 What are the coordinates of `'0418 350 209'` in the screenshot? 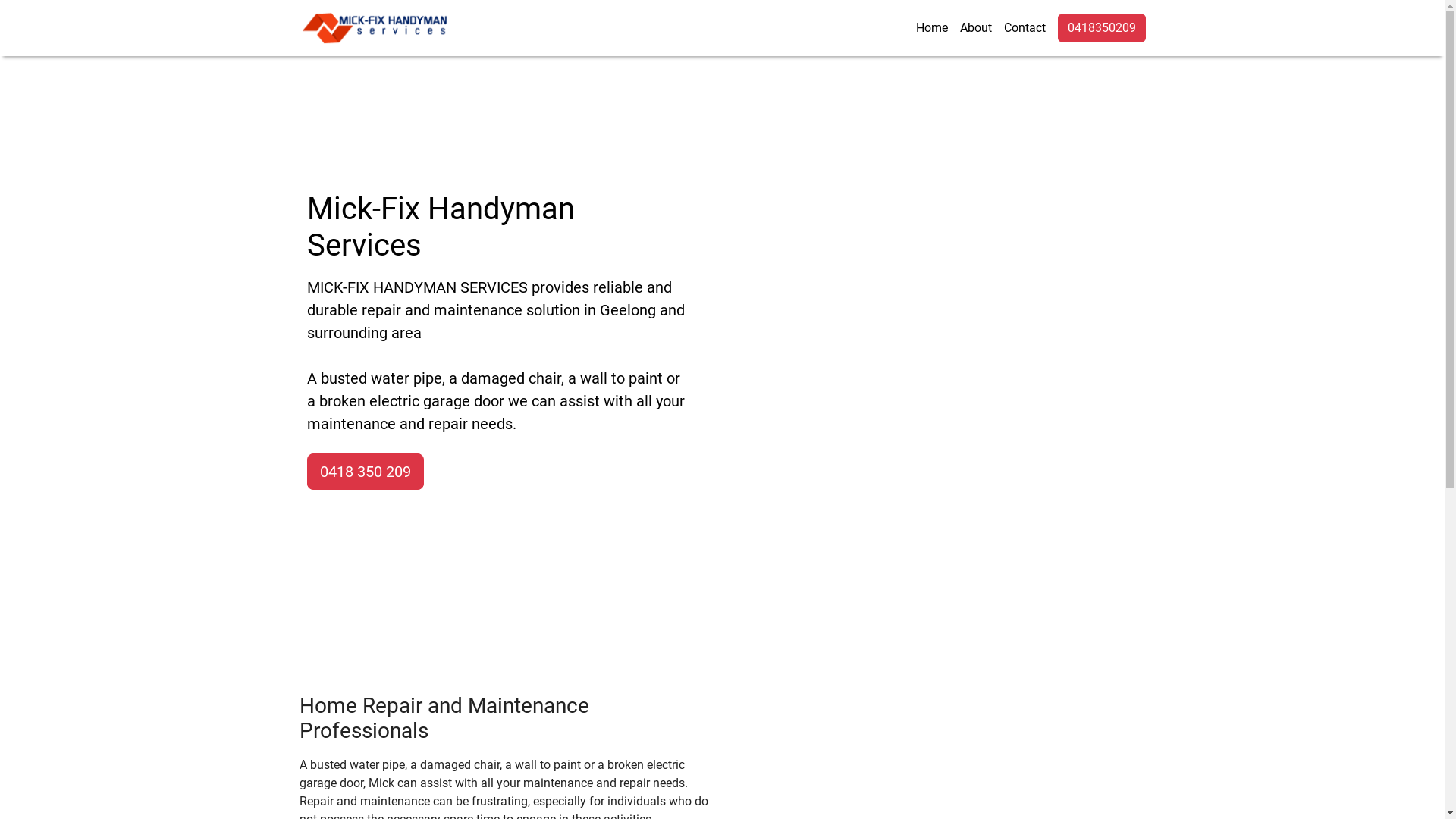 It's located at (364, 470).